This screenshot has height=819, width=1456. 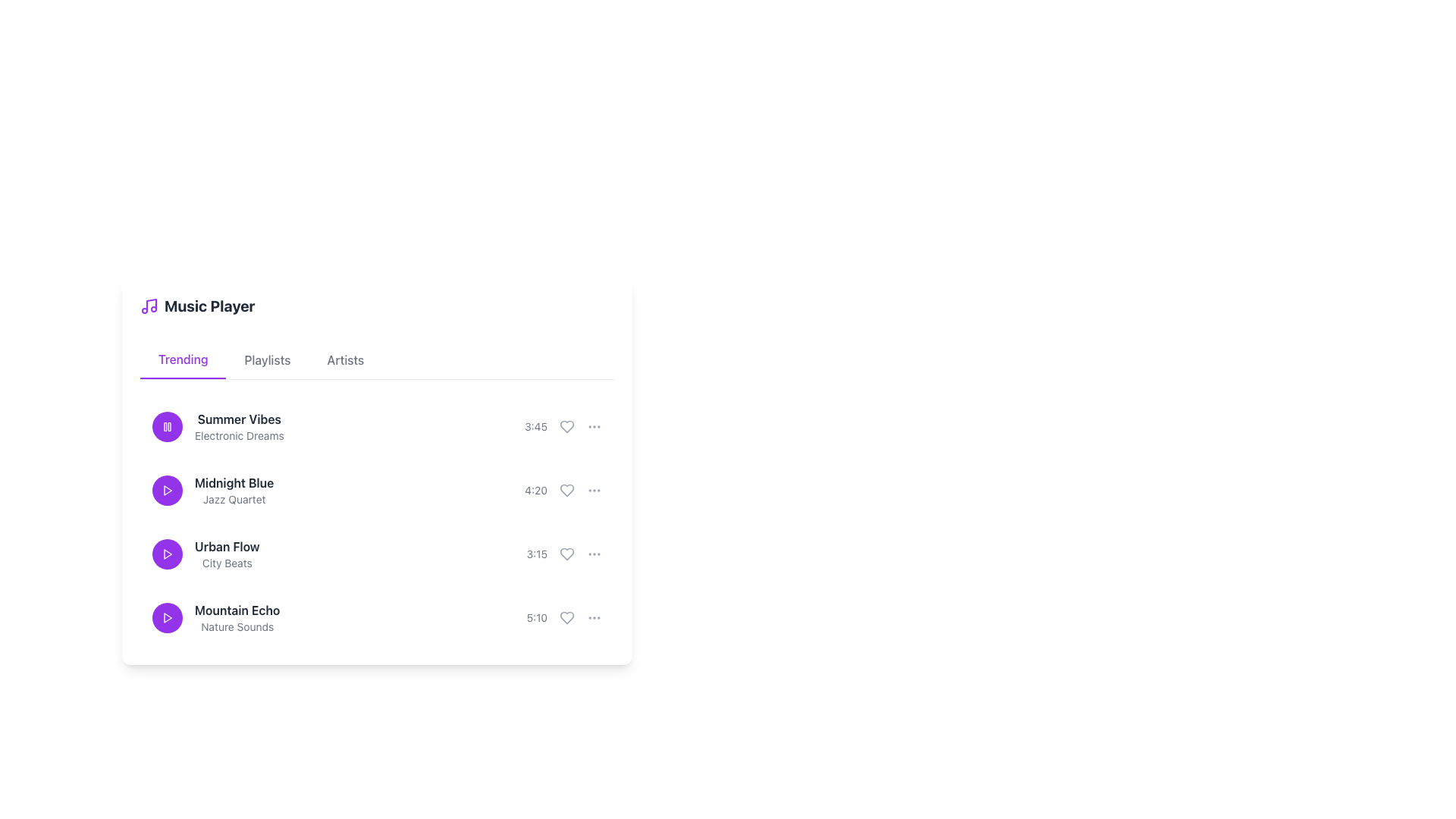 What do you see at coordinates (593, 427) in the screenshot?
I see `the Icon Button, which resembles an ellipsis icon with three horizontally aligned gray dots, located to the right of the time display '3:45' in the music player interface` at bounding box center [593, 427].